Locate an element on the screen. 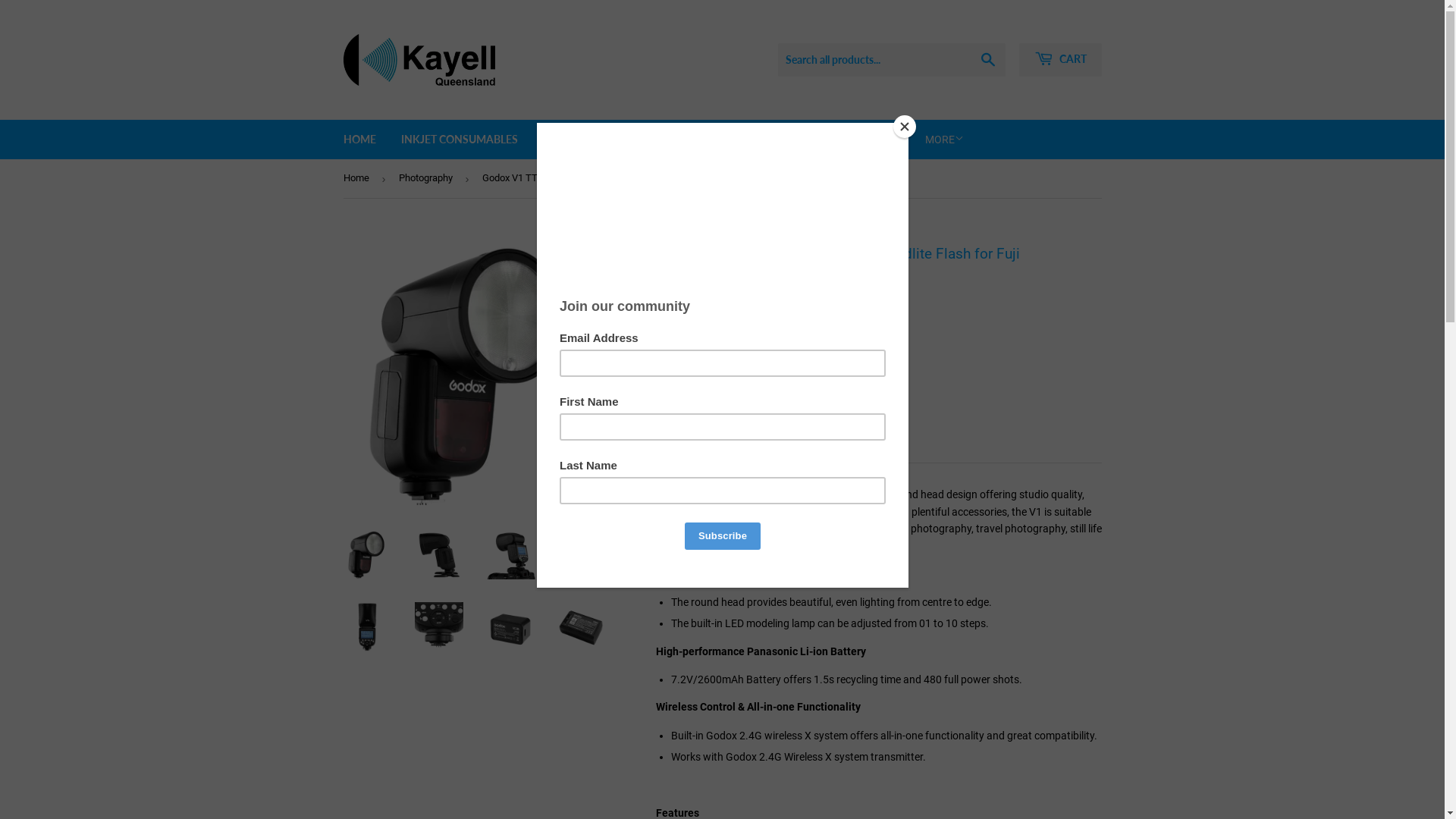 The height and width of the screenshot is (819, 1456). 'INKJET CONSUMABLES' is located at coordinates (458, 140).